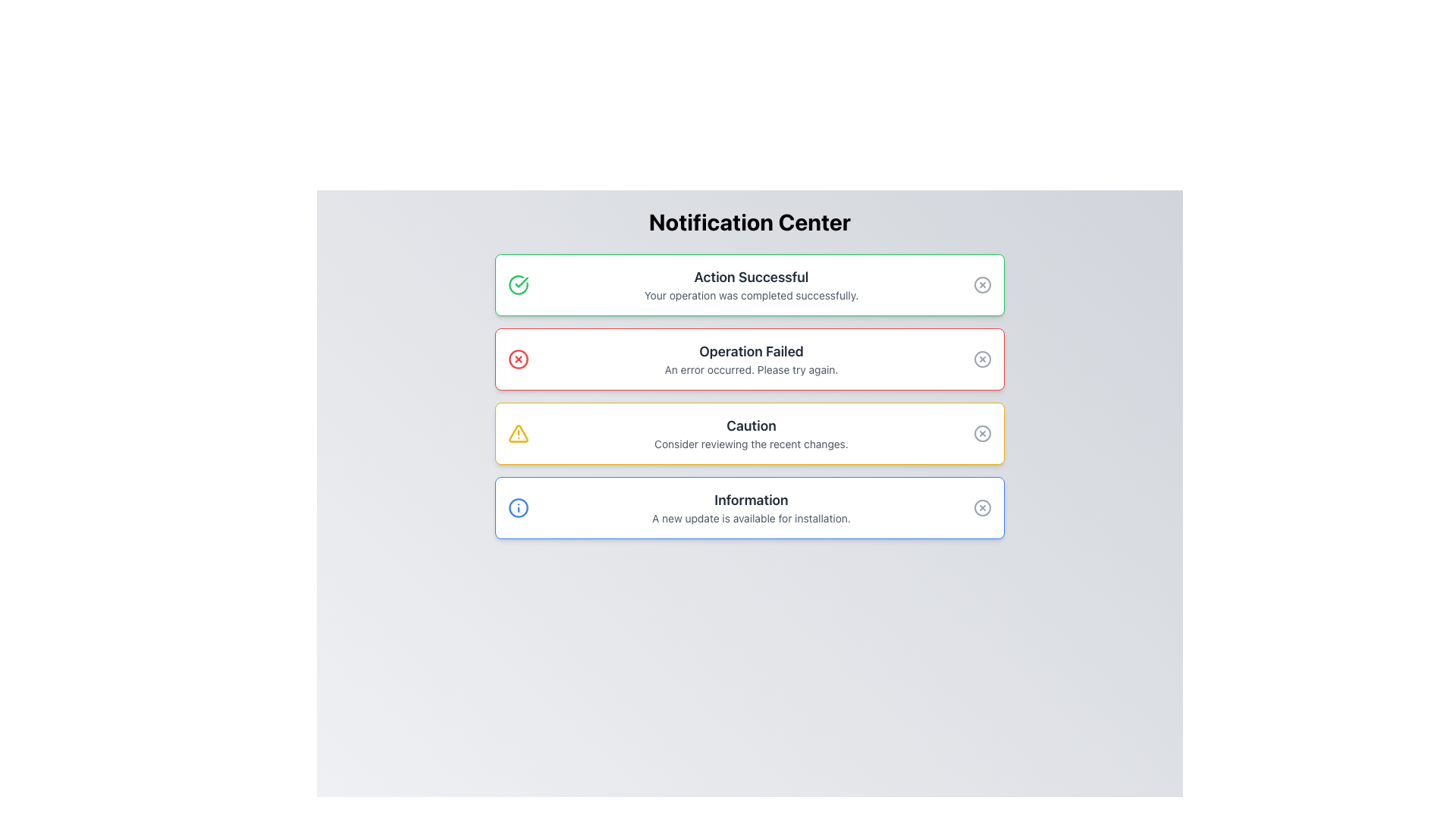  What do you see at coordinates (751, 370) in the screenshot?
I see `text label displaying 'An error occurred. Please try again.' which is styled in smaller gray font, located directly below the bold title 'Operation Failed' in a red-bordered notification box` at bounding box center [751, 370].